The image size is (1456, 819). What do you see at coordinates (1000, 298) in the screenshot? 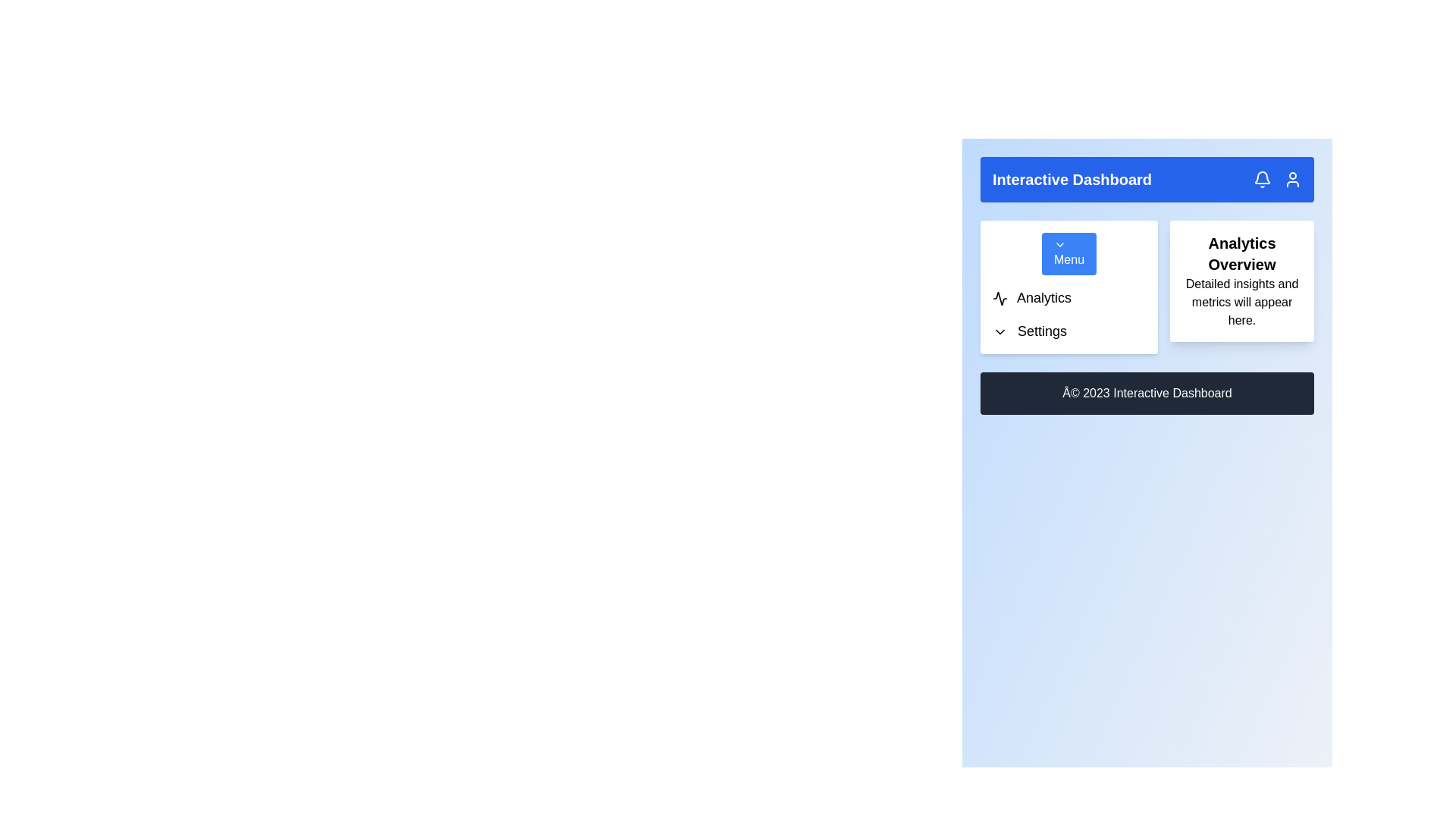
I see `the heartbeat waveform icon located in the top section of the main interactive dashboard interface, to the left of other icons and adjacent to the settings option under the Analytics panel` at bounding box center [1000, 298].